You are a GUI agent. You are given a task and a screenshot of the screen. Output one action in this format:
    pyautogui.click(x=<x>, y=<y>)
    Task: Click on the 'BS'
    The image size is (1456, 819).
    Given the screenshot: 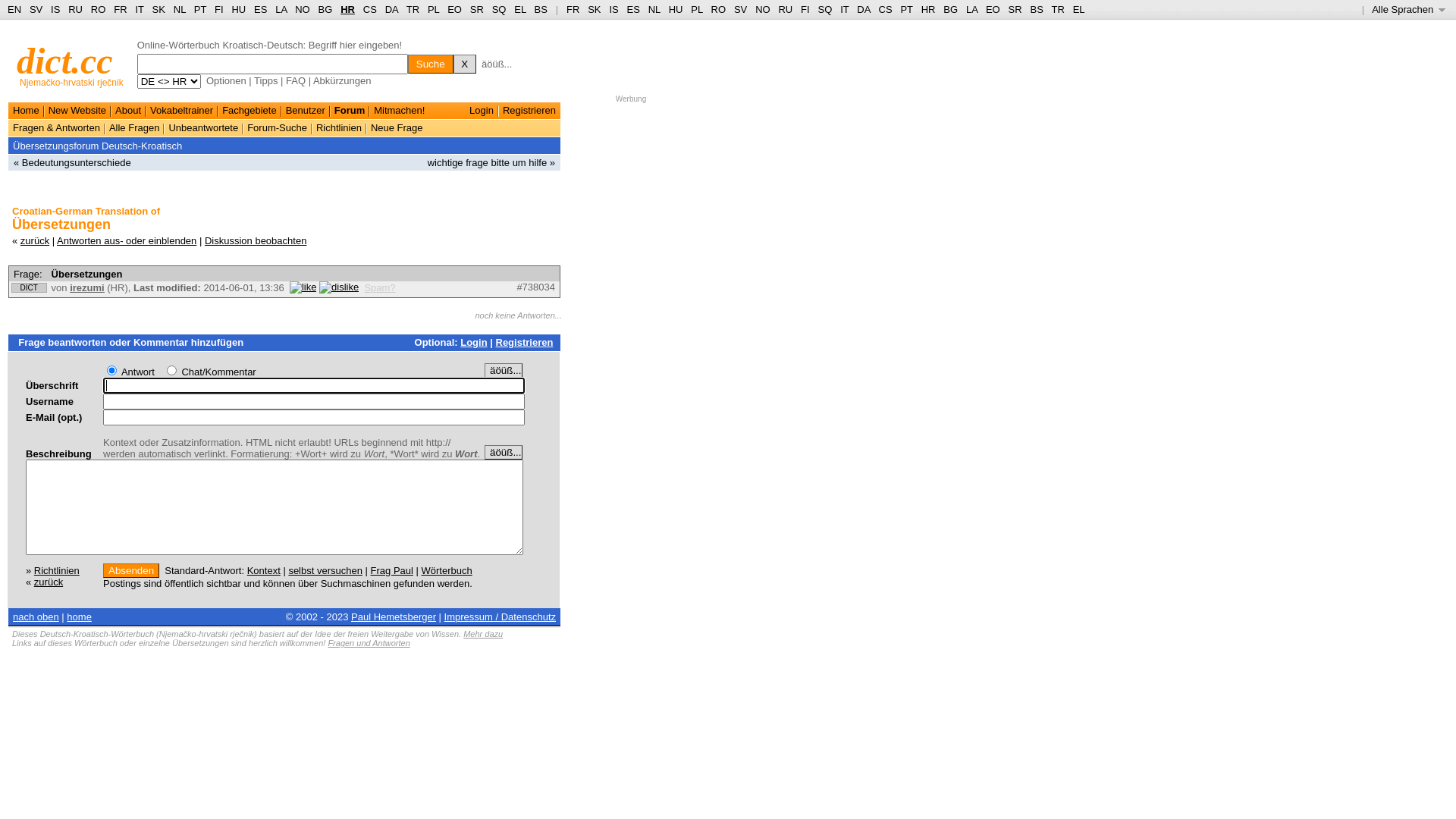 What is the action you would take?
    pyautogui.click(x=541, y=9)
    